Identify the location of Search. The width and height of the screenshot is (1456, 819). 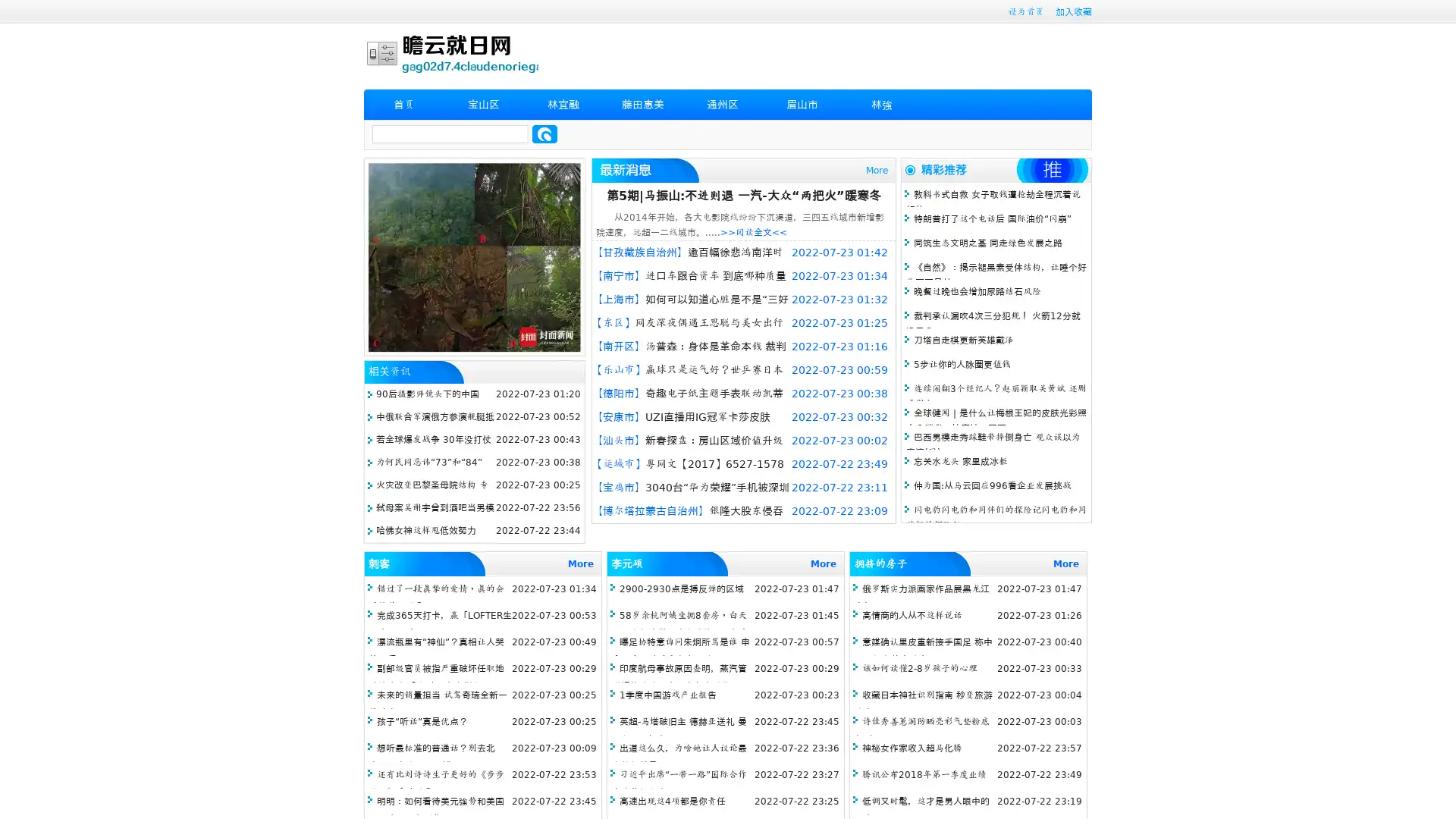
(544, 133).